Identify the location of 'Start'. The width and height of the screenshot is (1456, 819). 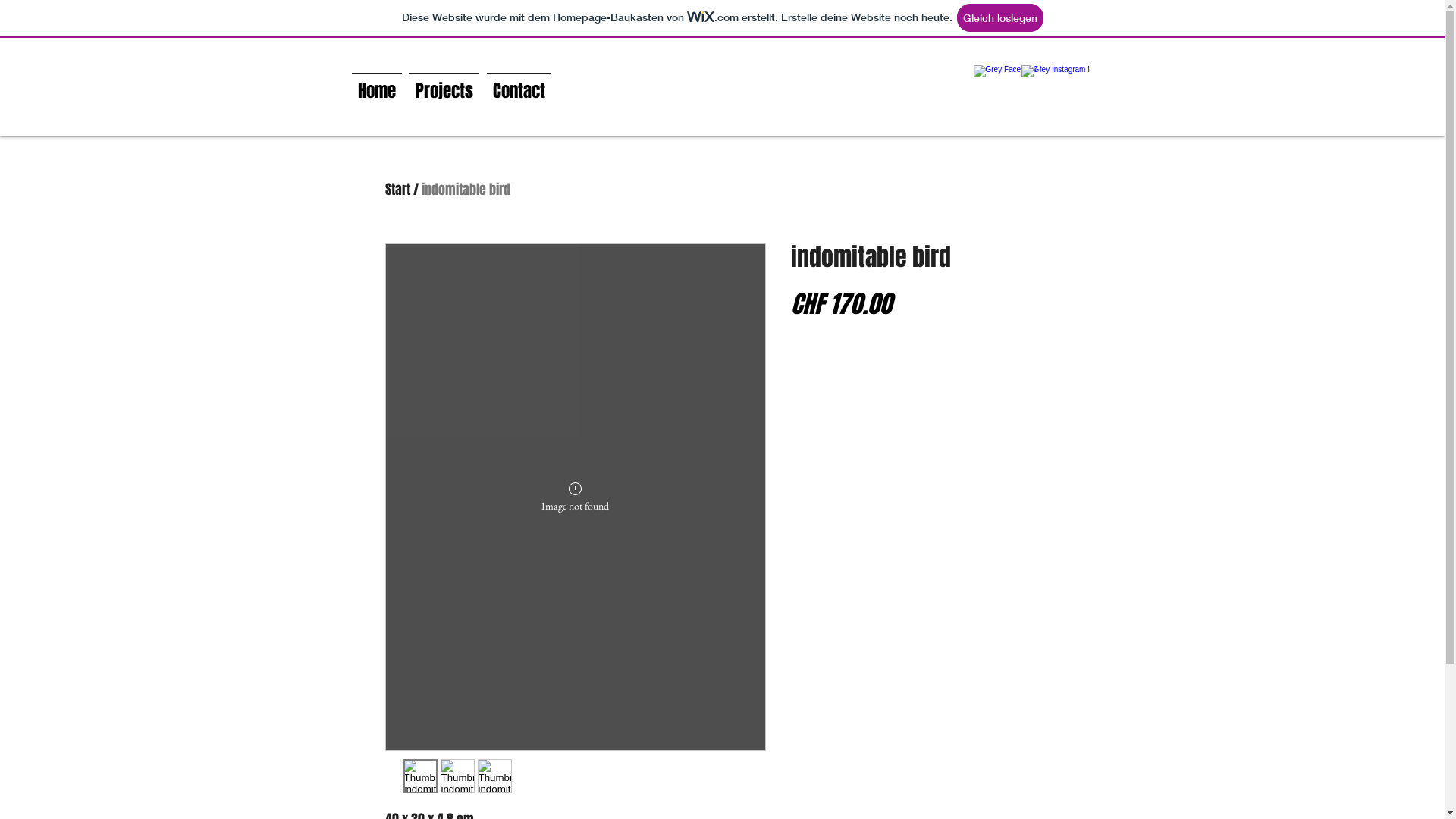
(397, 189).